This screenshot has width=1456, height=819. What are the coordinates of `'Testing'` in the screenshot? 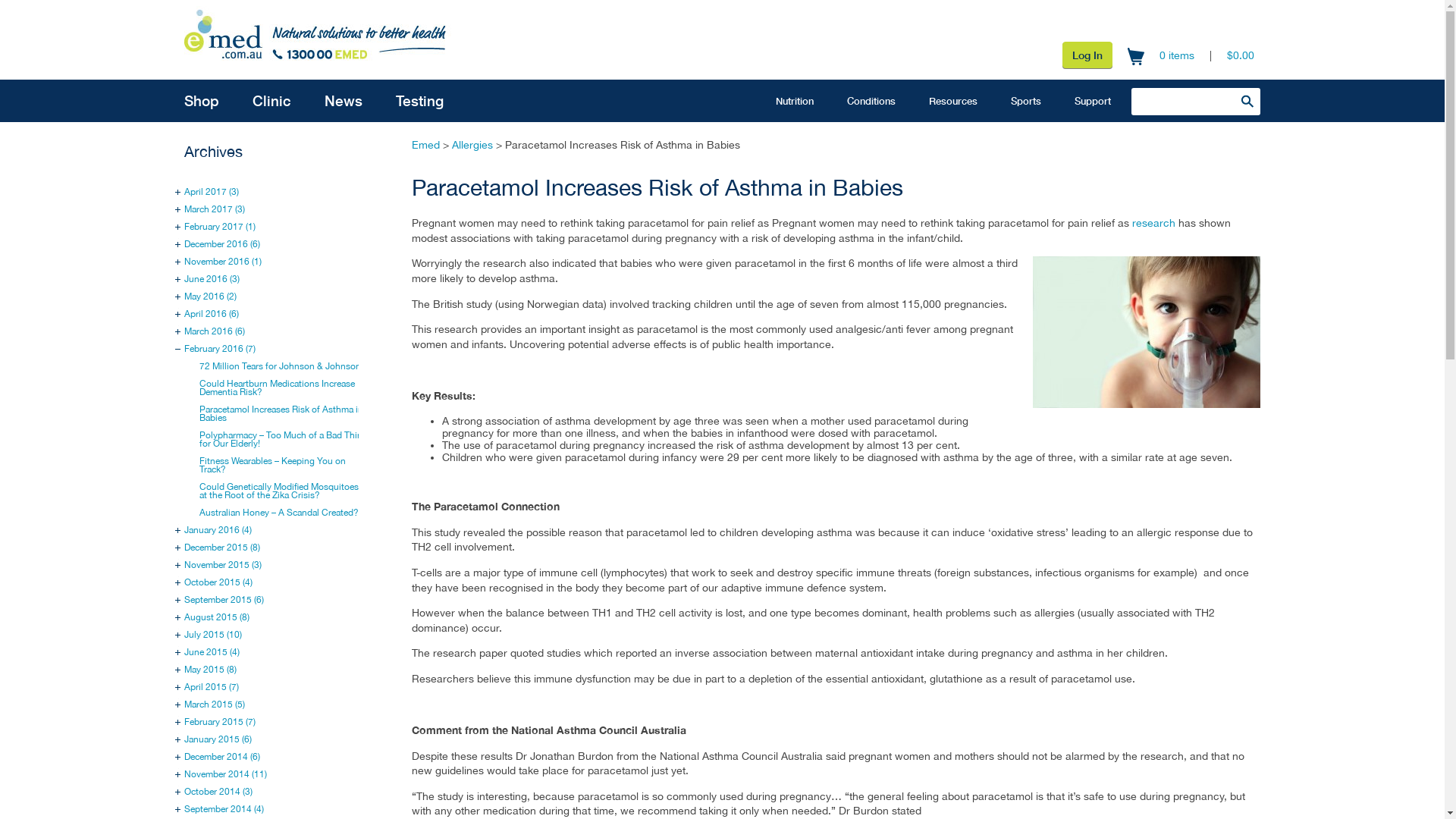 It's located at (419, 100).